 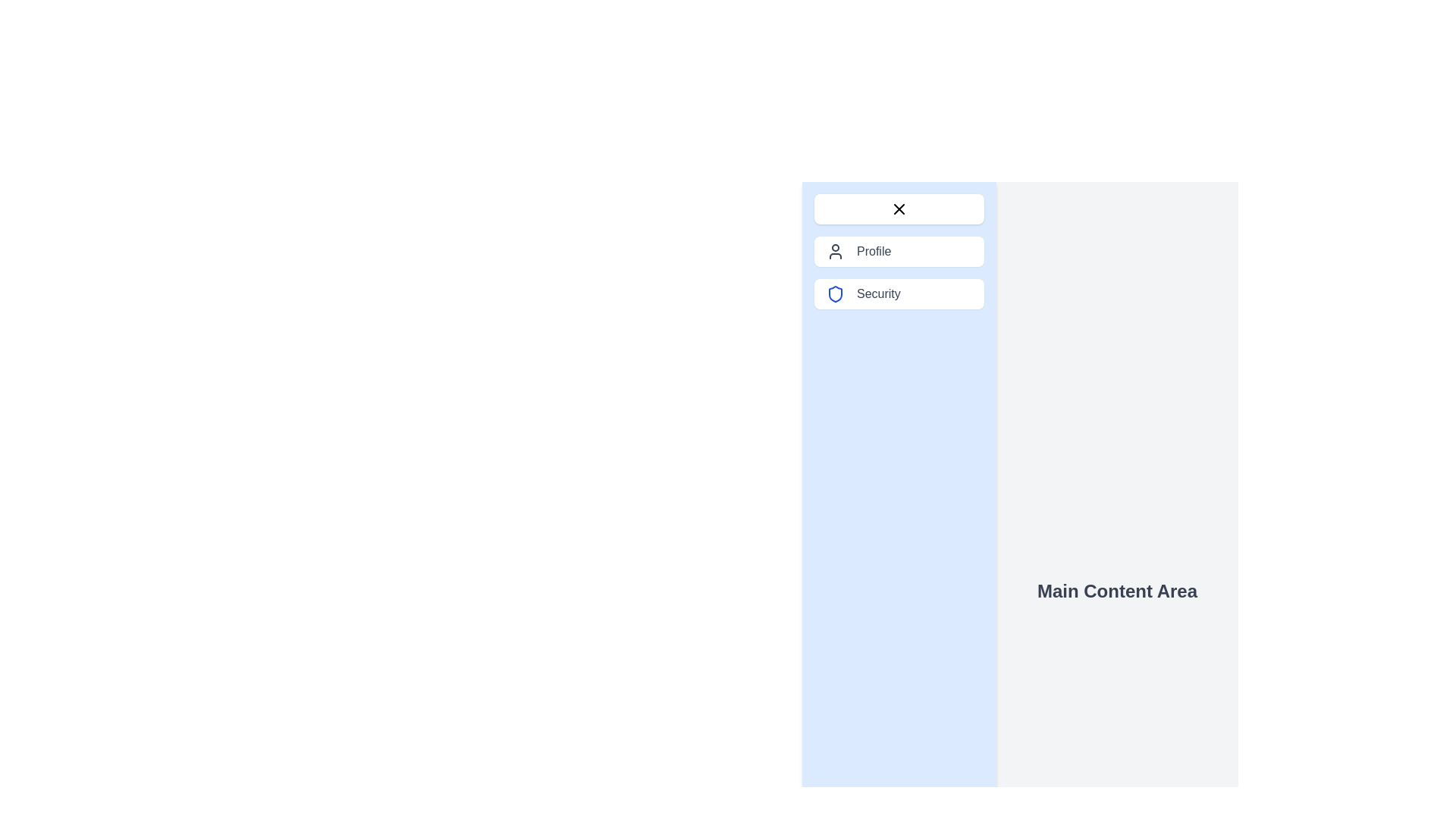 I want to click on the shield-shaped icon with a blue outline located next to the 'Security' label in the sidebar menu, so click(x=835, y=294).